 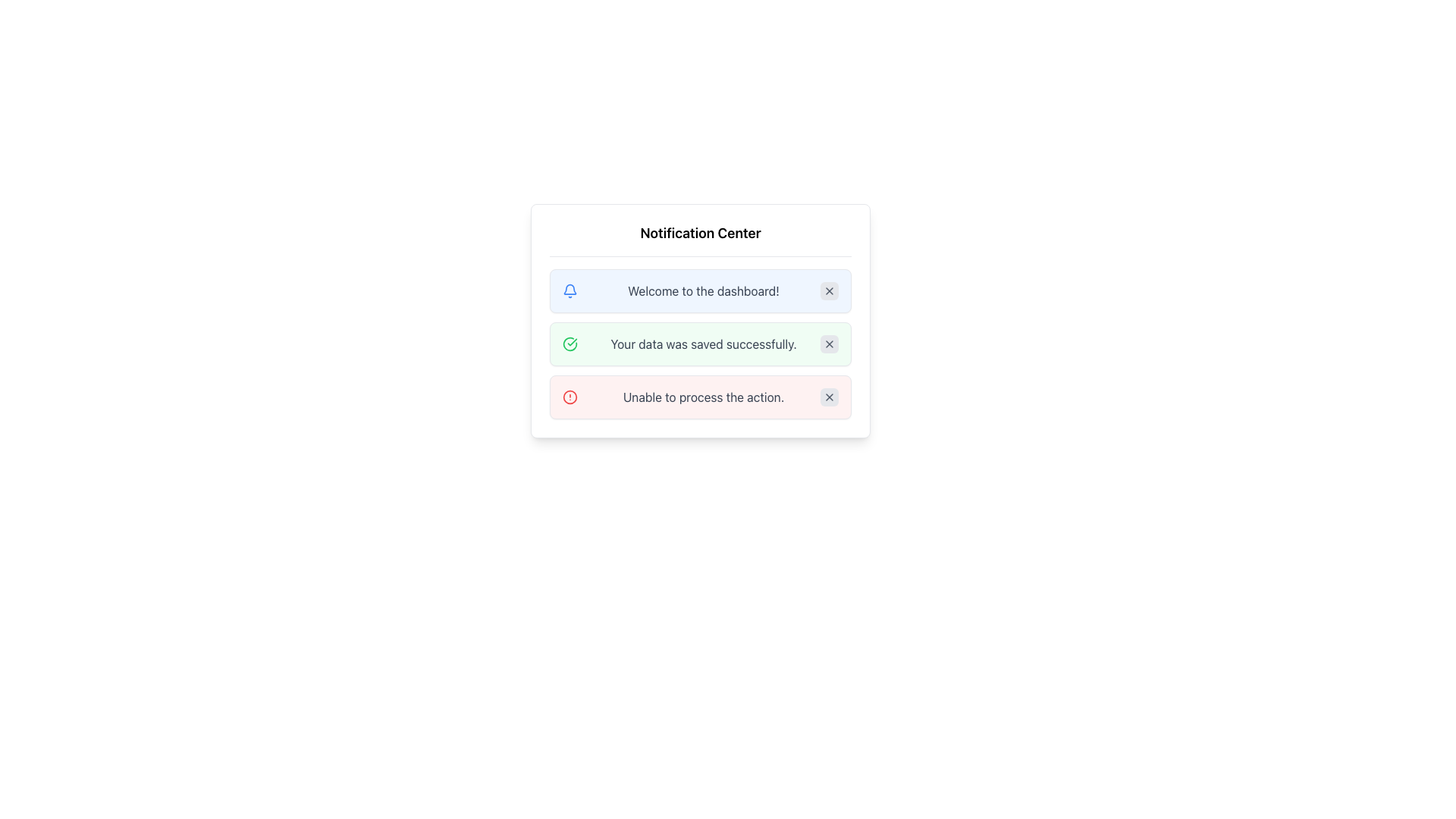 What do you see at coordinates (829, 397) in the screenshot?
I see `the close button in the top-right corner of the notification` at bounding box center [829, 397].